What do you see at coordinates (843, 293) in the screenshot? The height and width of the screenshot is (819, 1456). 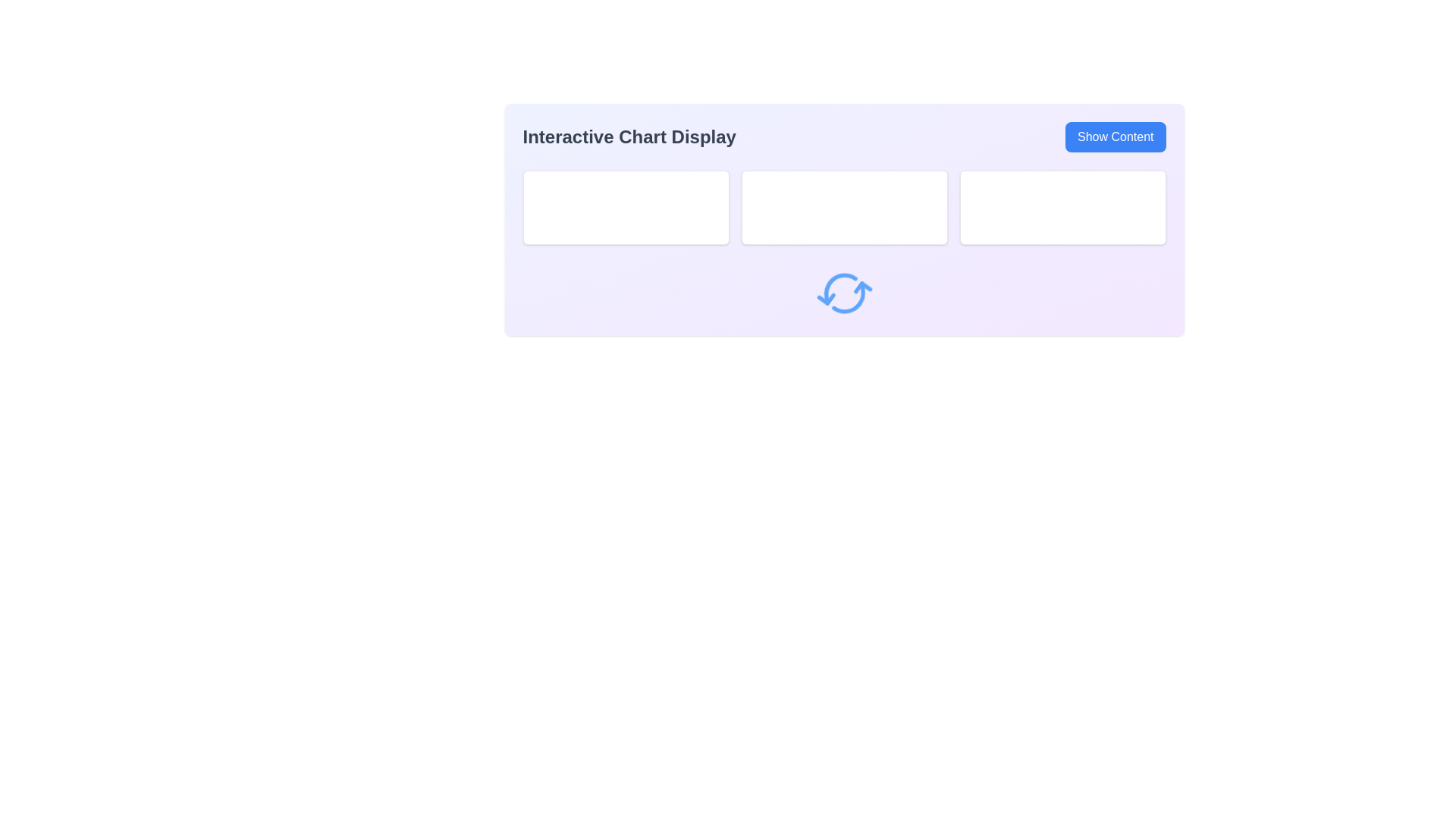 I see `the animated loading icon located at the bottom center of the 'Interactive Chart Display', which indicates a refresh or synchronization action` at bounding box center [843, 293].